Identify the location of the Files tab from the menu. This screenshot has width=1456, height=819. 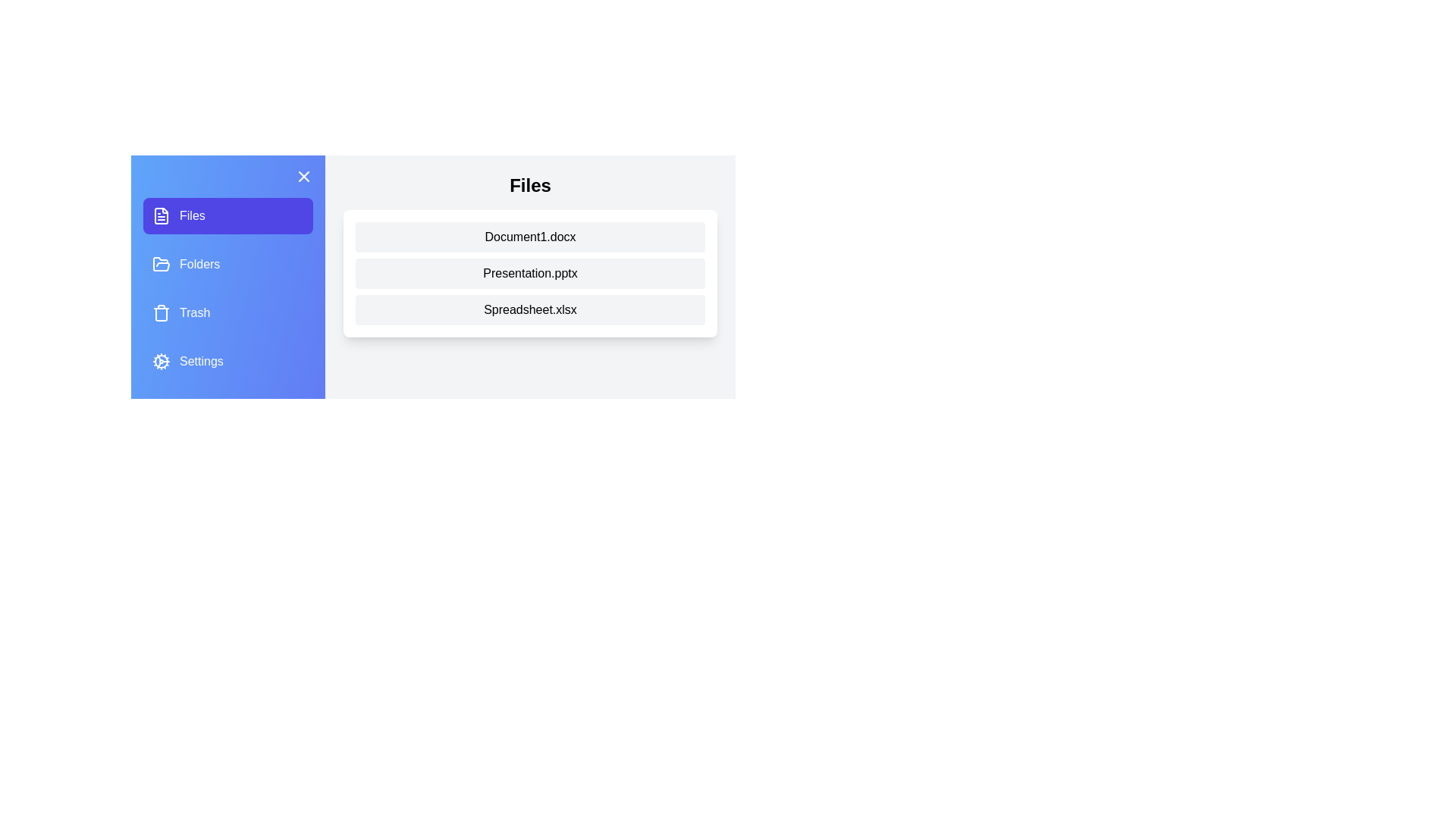
(227, 216).